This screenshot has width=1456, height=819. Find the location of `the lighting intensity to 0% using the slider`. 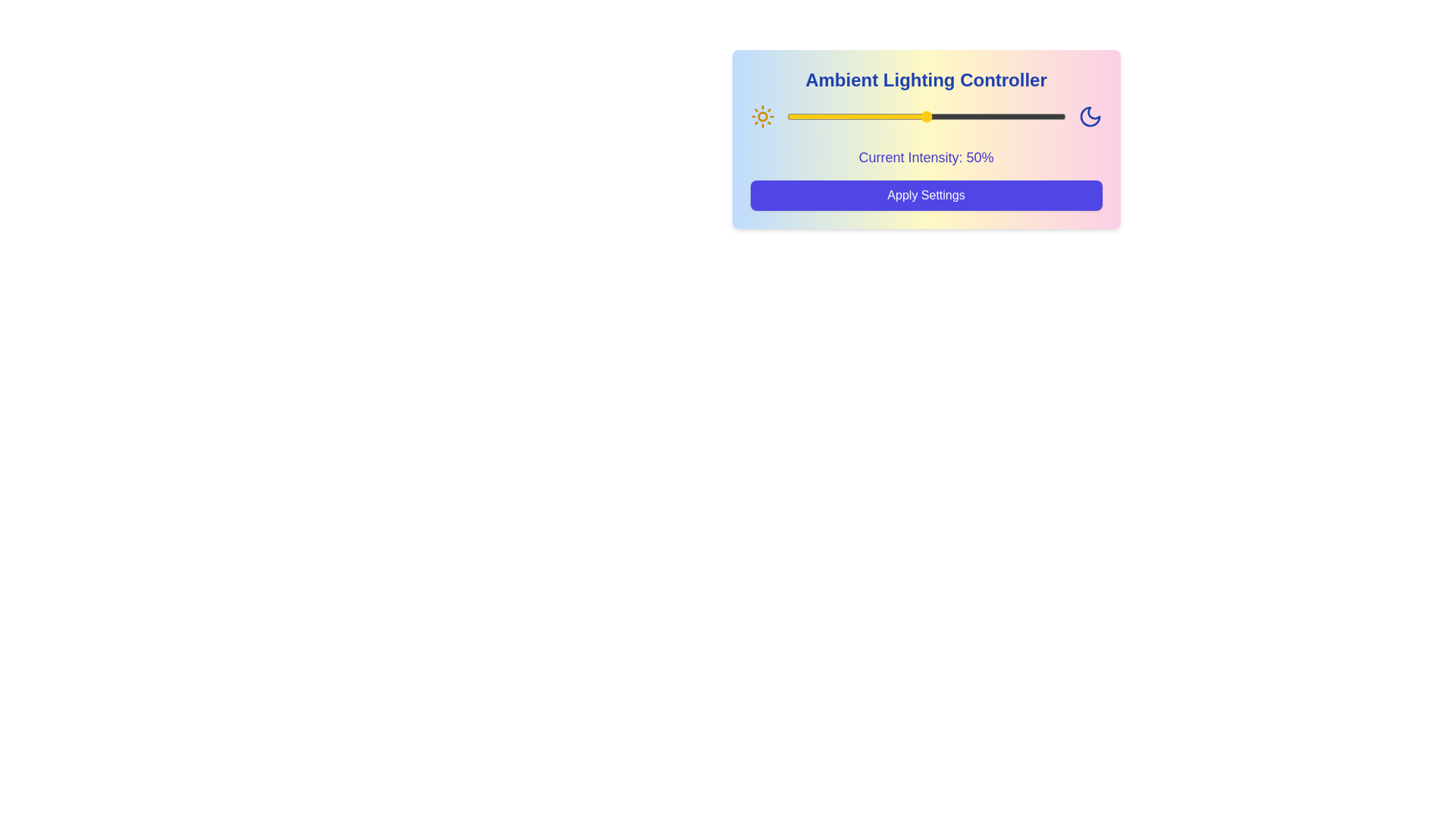

the lighting intensity to 0% using the slider is located at coordinates (786, 116).